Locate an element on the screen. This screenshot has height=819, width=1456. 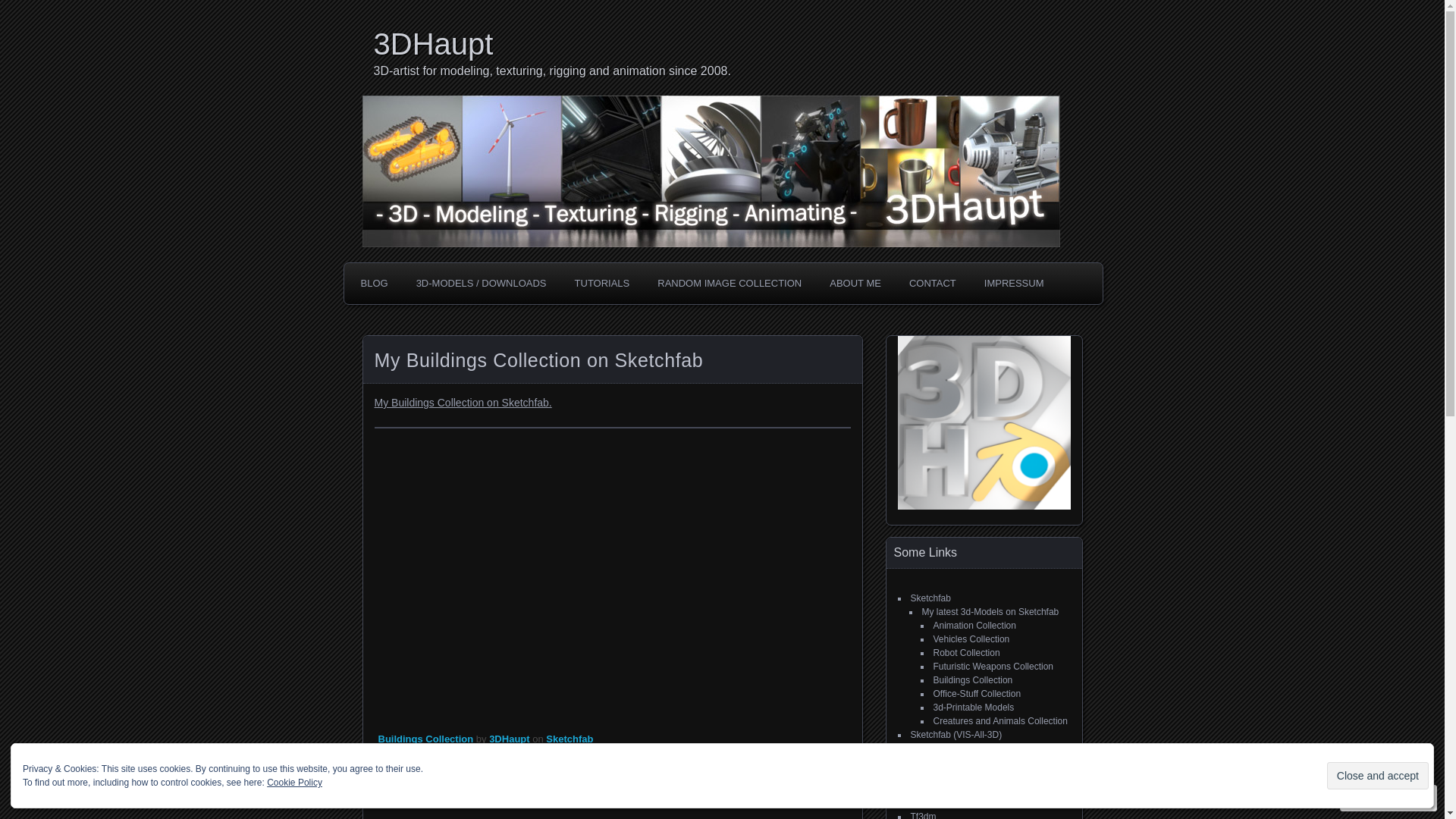
'Buildings Collection' is located at coordinates (972, 679).